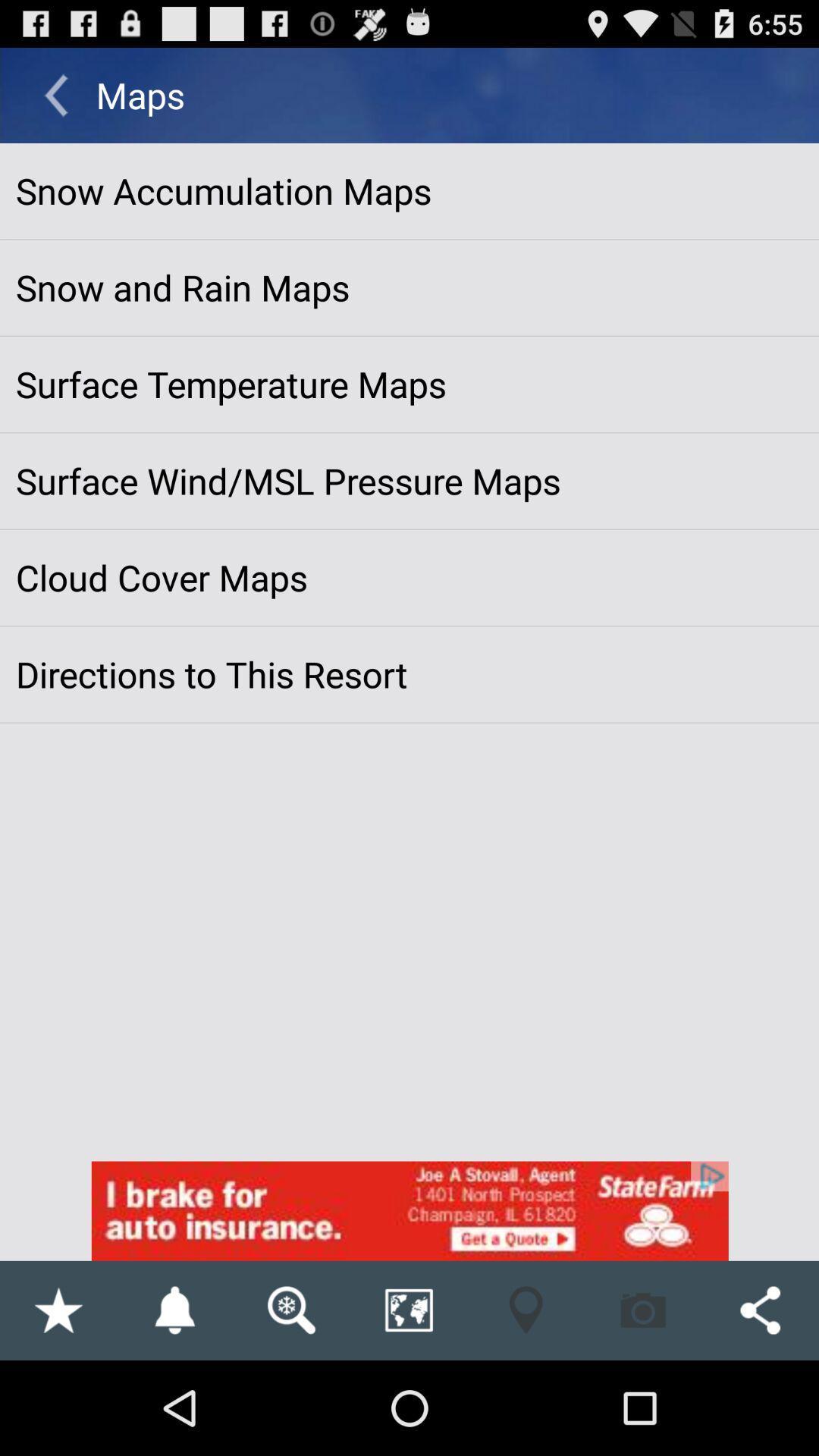  Describe the element at coordinates (174, 1401) in the screenshot. I see `the notifications icon` at that location.